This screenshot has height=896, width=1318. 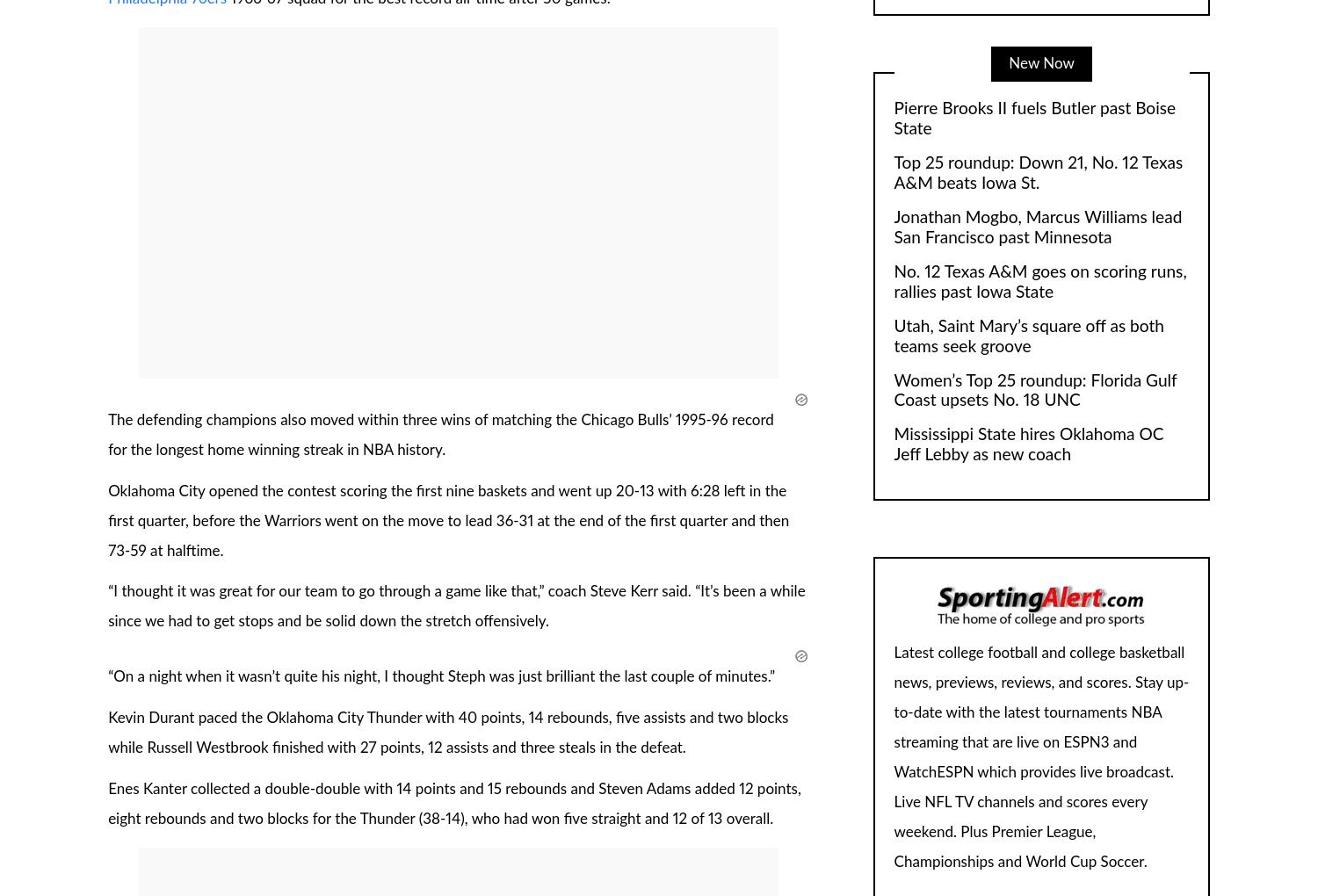 What do you see at coordinates (894, 390) in the screenshot?
I see `'Women’s Top 25 roundup: Florida Gulf Coast upsets No. 18 UNC'` at bounding box center [894, 390].